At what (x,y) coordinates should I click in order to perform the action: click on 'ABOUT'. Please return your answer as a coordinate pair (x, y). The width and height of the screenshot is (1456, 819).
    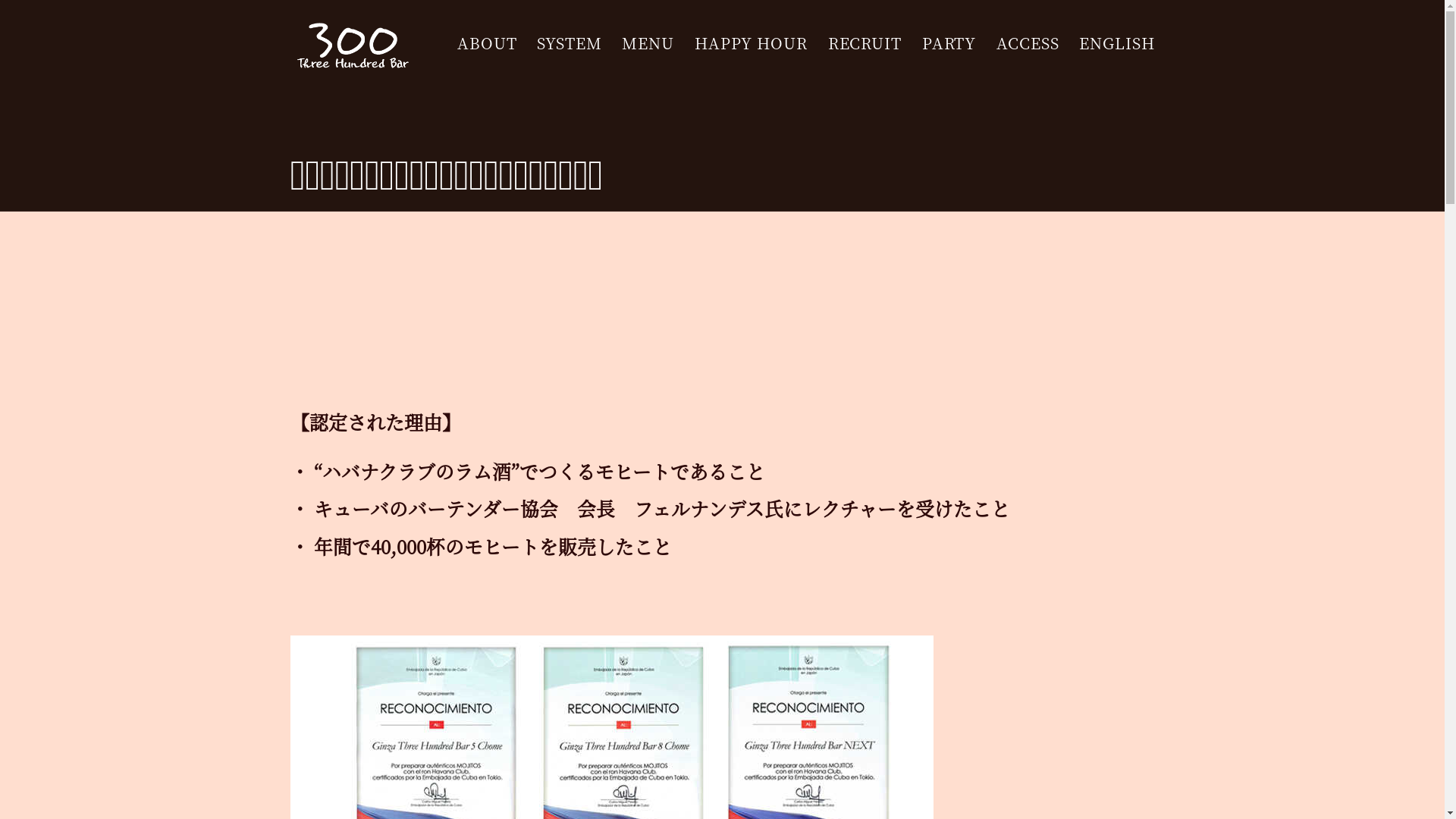
    Looking at the image, I should click on (487, 42).